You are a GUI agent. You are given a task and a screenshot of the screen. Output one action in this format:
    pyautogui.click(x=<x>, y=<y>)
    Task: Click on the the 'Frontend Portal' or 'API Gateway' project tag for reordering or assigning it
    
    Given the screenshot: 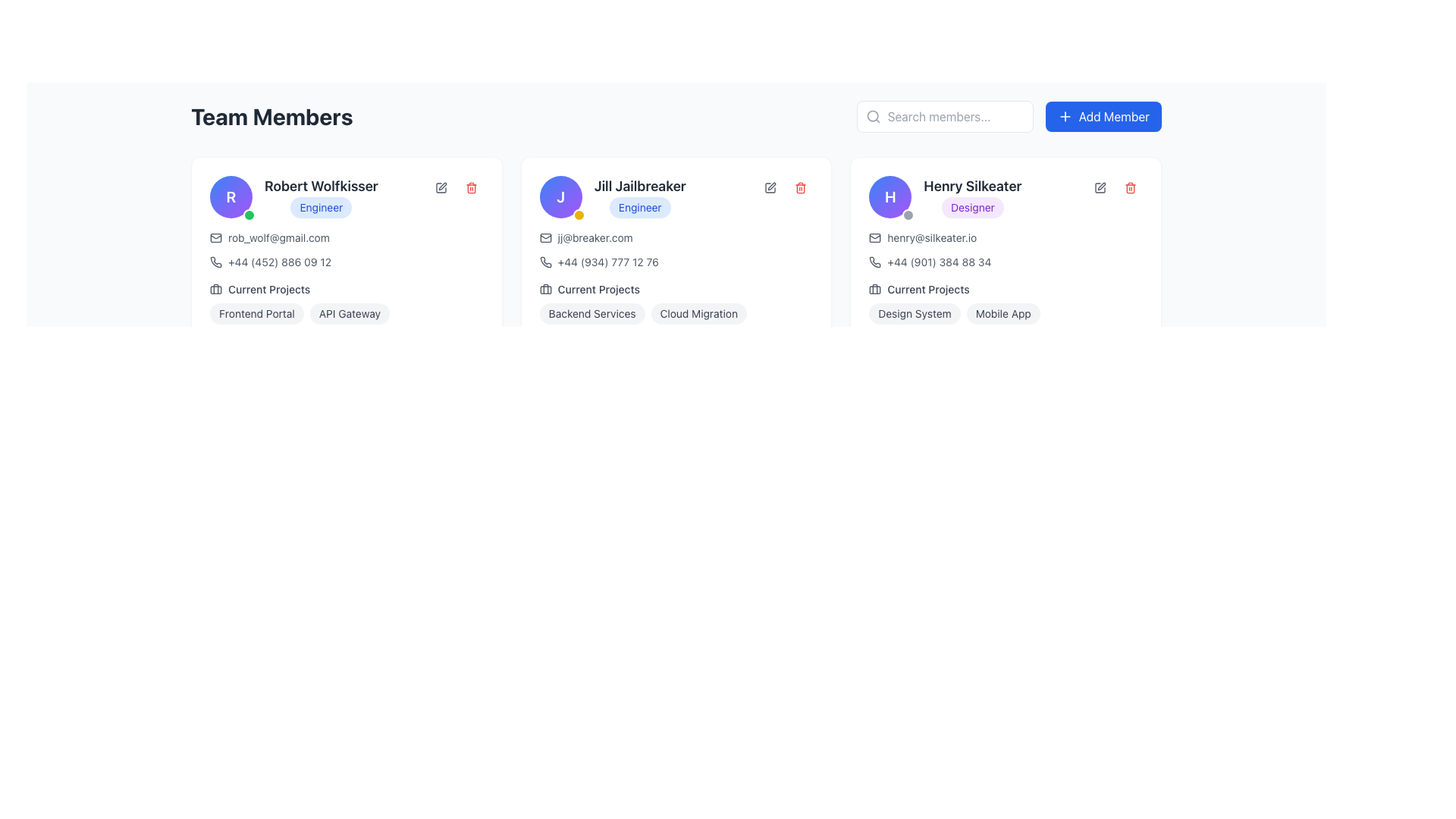 What is the action you would take?
    pyautogui.click(x=346, y=312)
    